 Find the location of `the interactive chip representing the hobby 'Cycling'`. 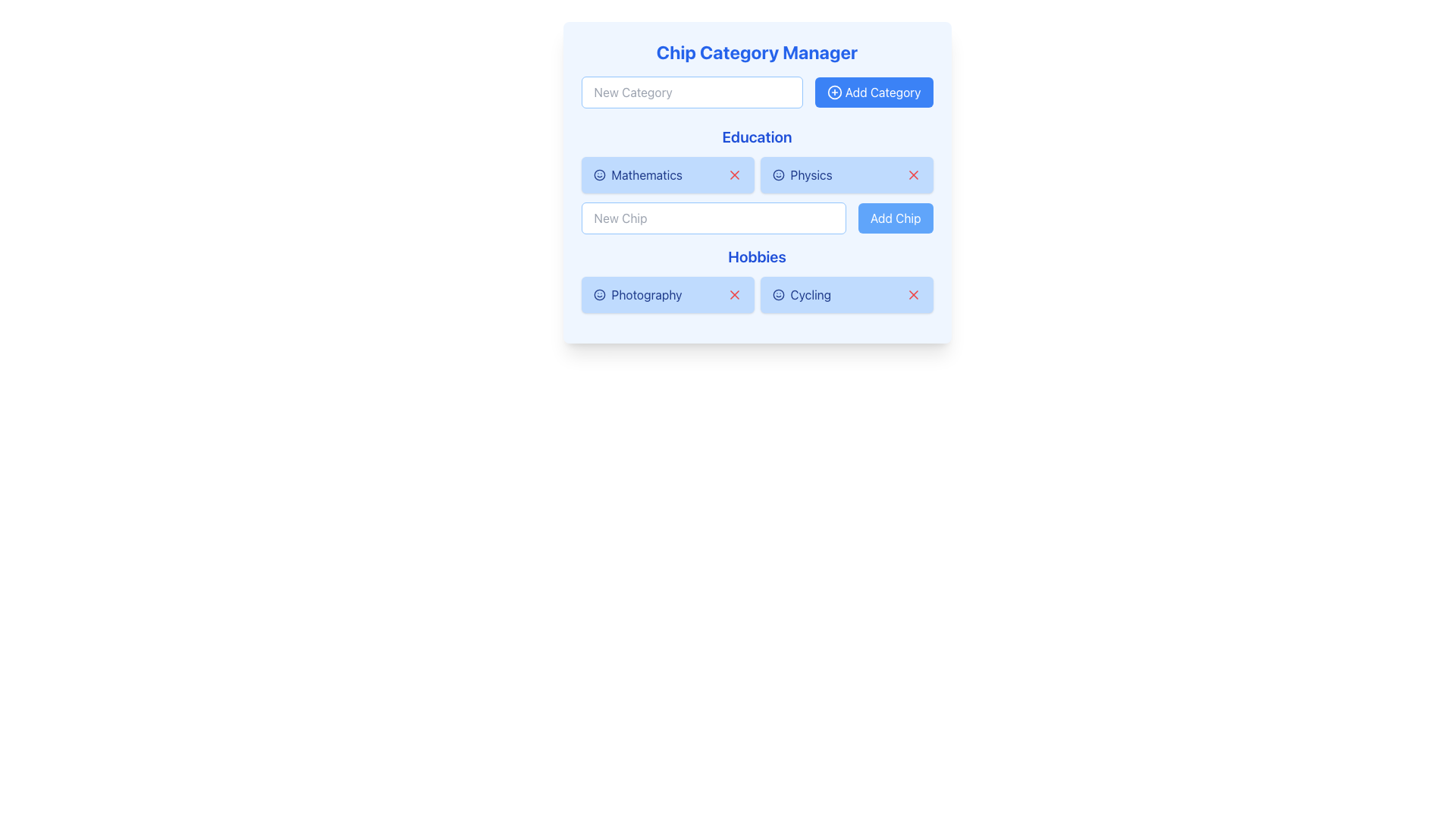

the interactive chip representing the hobby 'Cycling' is located at coordinates (846, 295).